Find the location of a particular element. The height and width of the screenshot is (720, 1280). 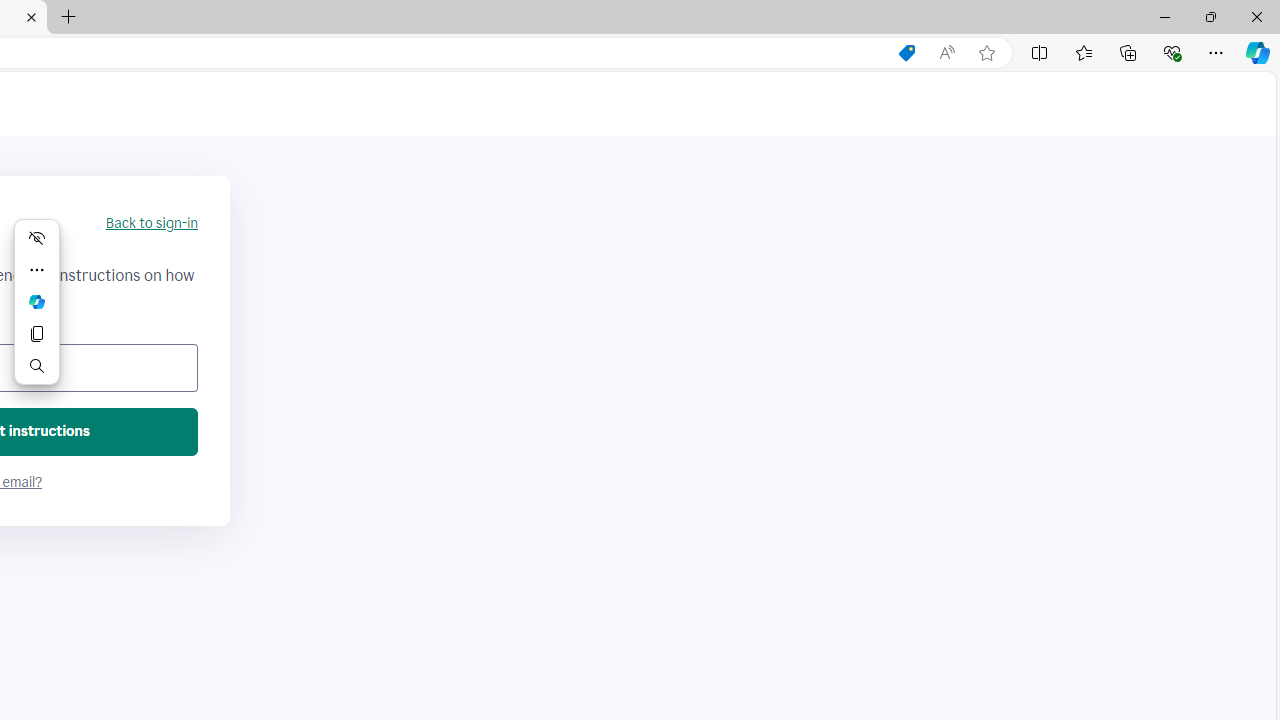

'Copy' is located at coordinates (37, 333).